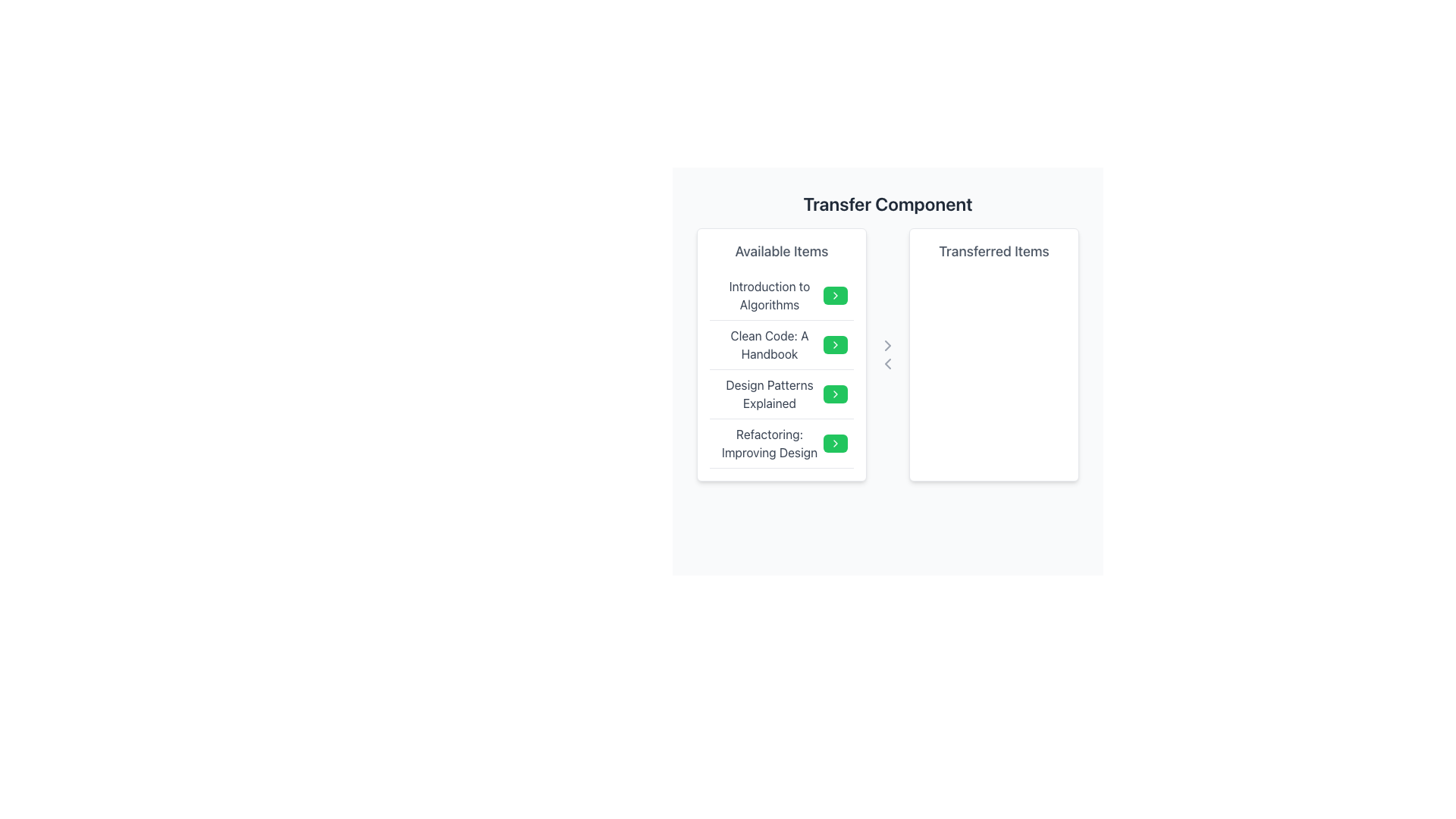 This screenshot has height=819, width=1456. Describe the element at coordinates (835, 295) in the screenshot. I see `the transfer button for 'Introduction to Algorithms' located in the 'Available Items' section` at that location.